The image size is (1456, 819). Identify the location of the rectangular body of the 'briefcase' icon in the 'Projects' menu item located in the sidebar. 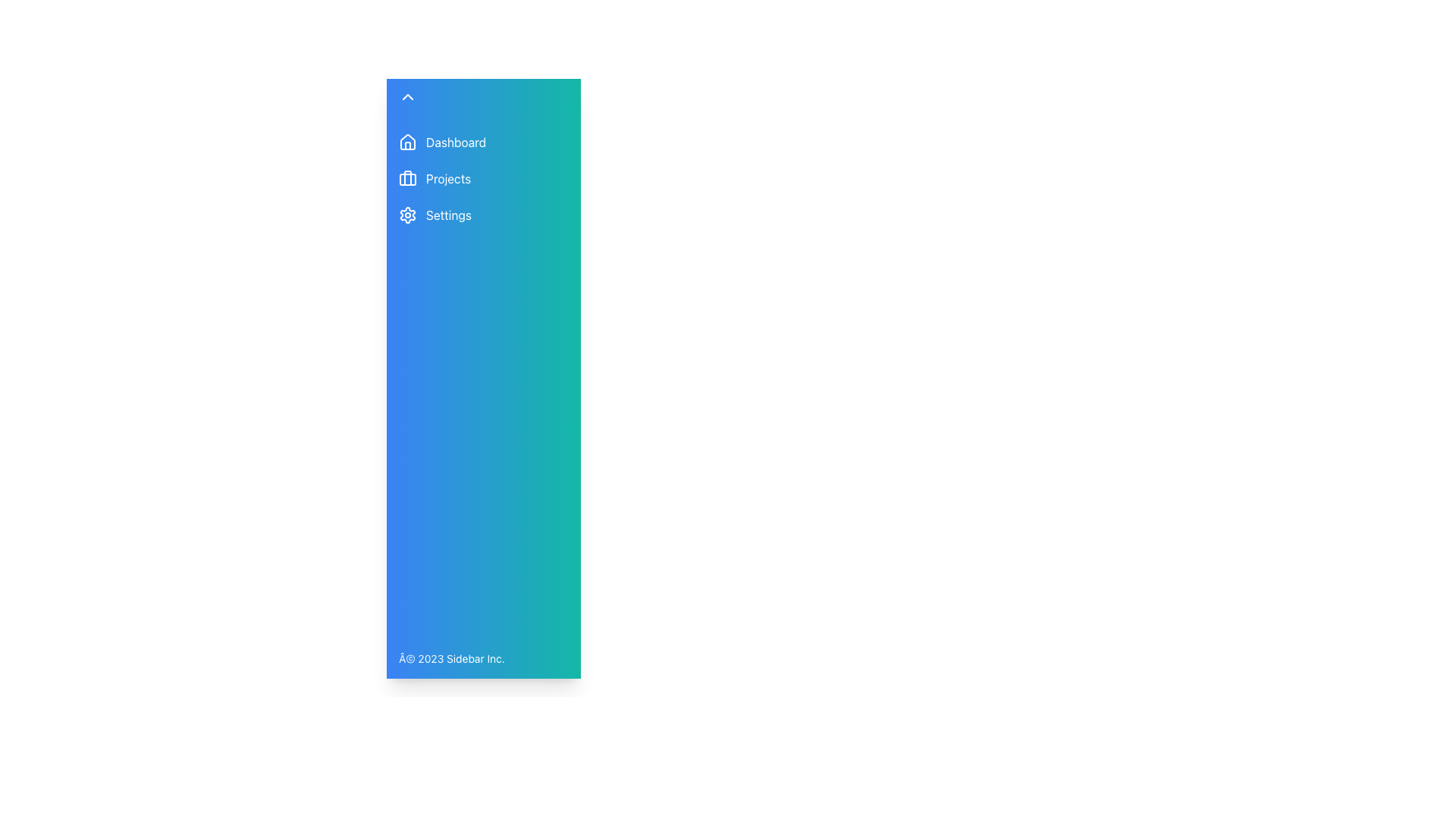
(407, 178).